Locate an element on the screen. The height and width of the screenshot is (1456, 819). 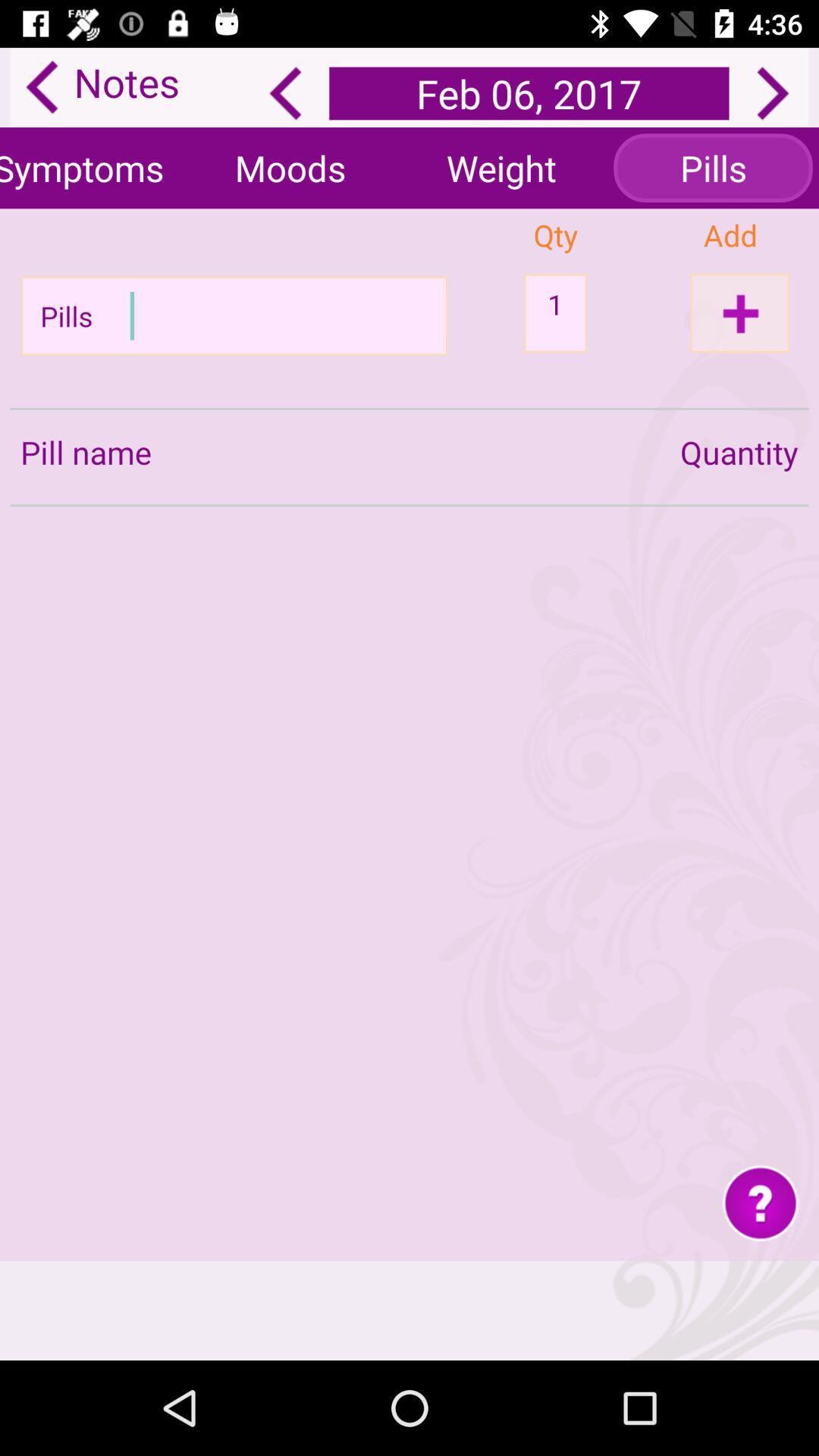
the help icon is located at coordinates (761, 1201).